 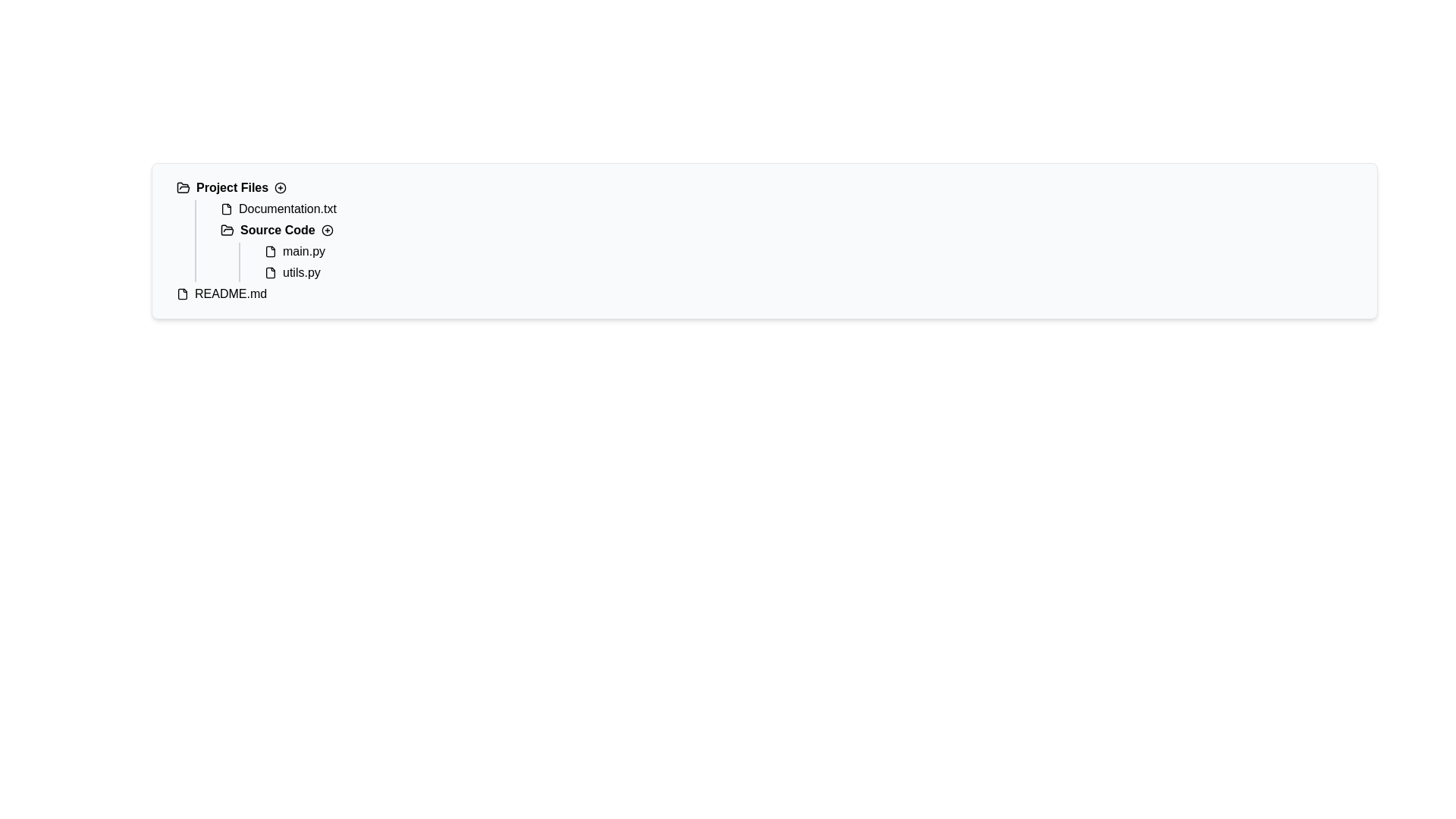 What do you see at coordinates (301, 271) in the screenshot?
I see `the text label representing the file named 'utils.py' in the file navigation tree` at bounding box center [301, 271].